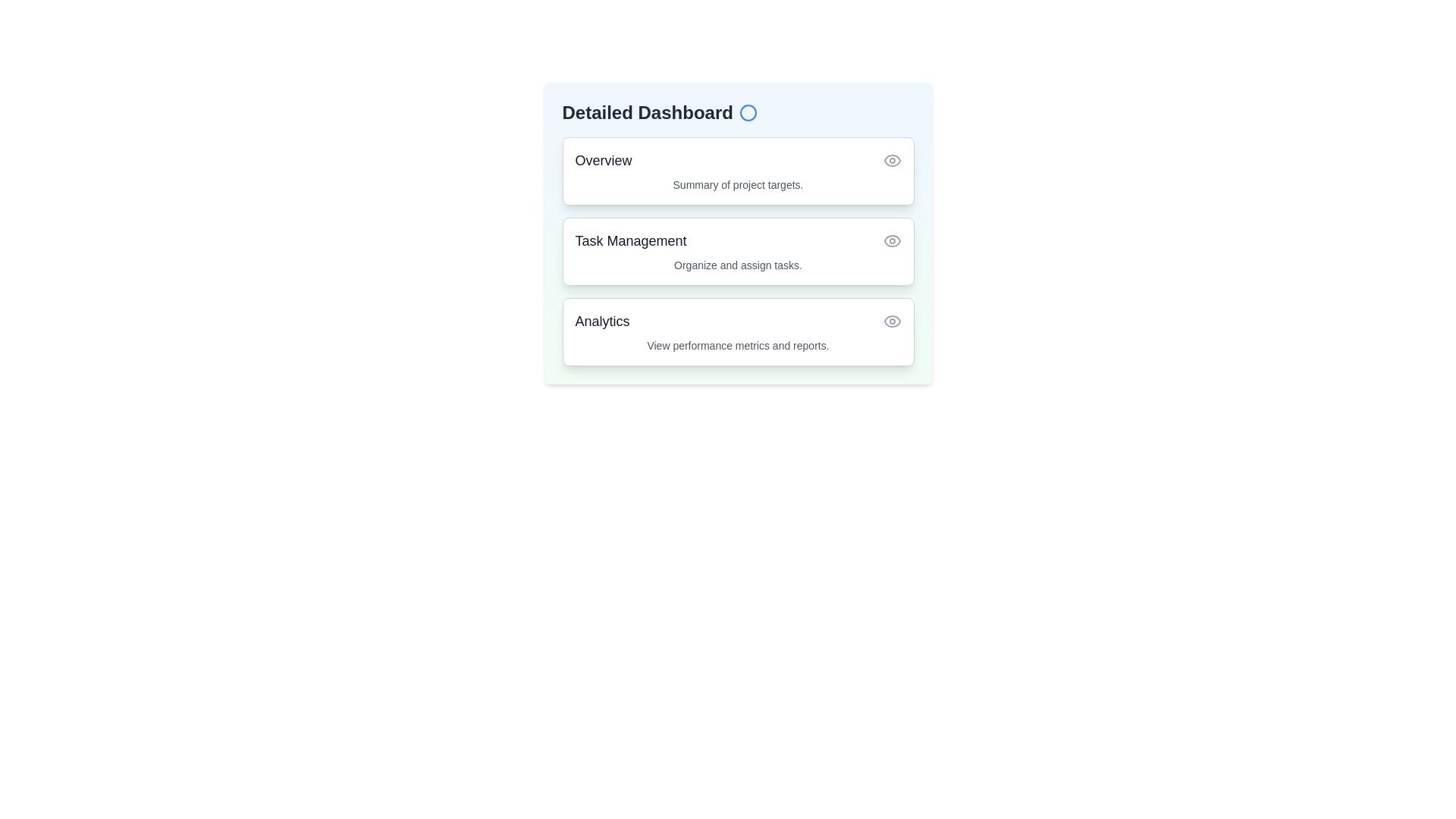 The height and width of the screenshot is (819, 1456). I want to click on the blue circle icon beside the title, so click(748, 112).